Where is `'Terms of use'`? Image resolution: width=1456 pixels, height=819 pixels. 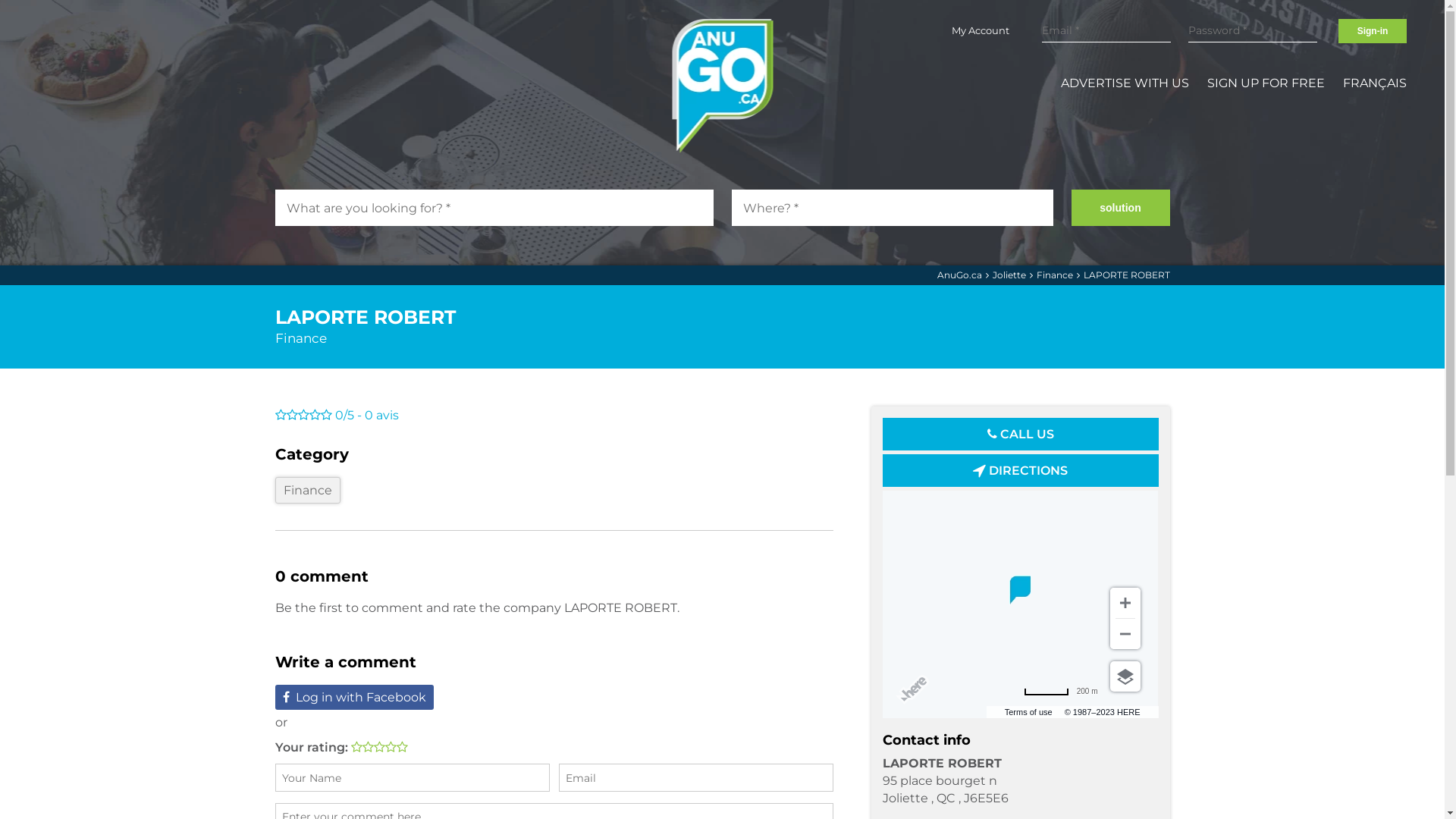 'Terms of use' is located at coordinates (1028, 711).